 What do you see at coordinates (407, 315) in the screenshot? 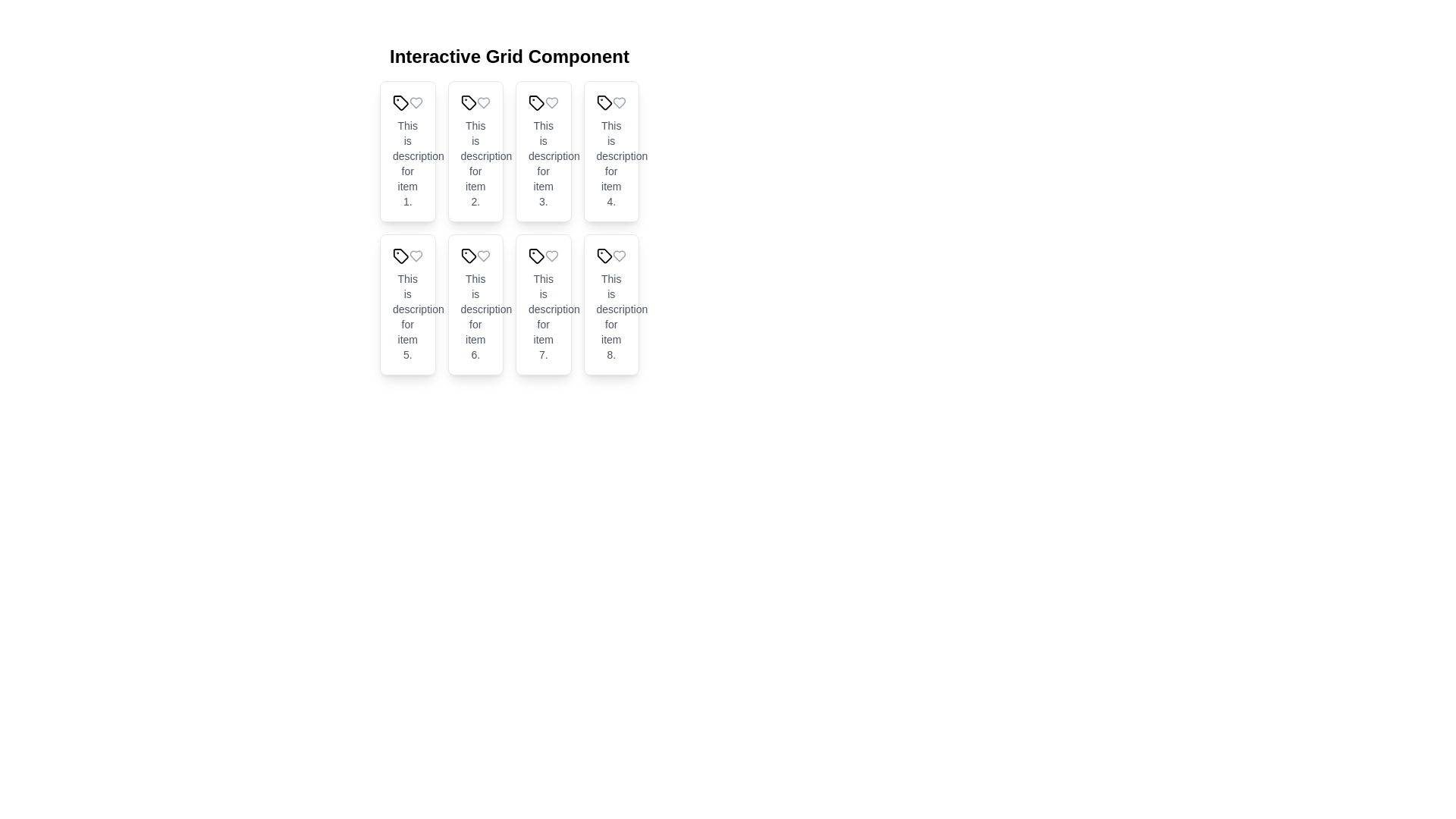
I see `the descriptive text block located in the bottom section of 'Tile 5' in the grid layout` at bounding box center [407, 315].